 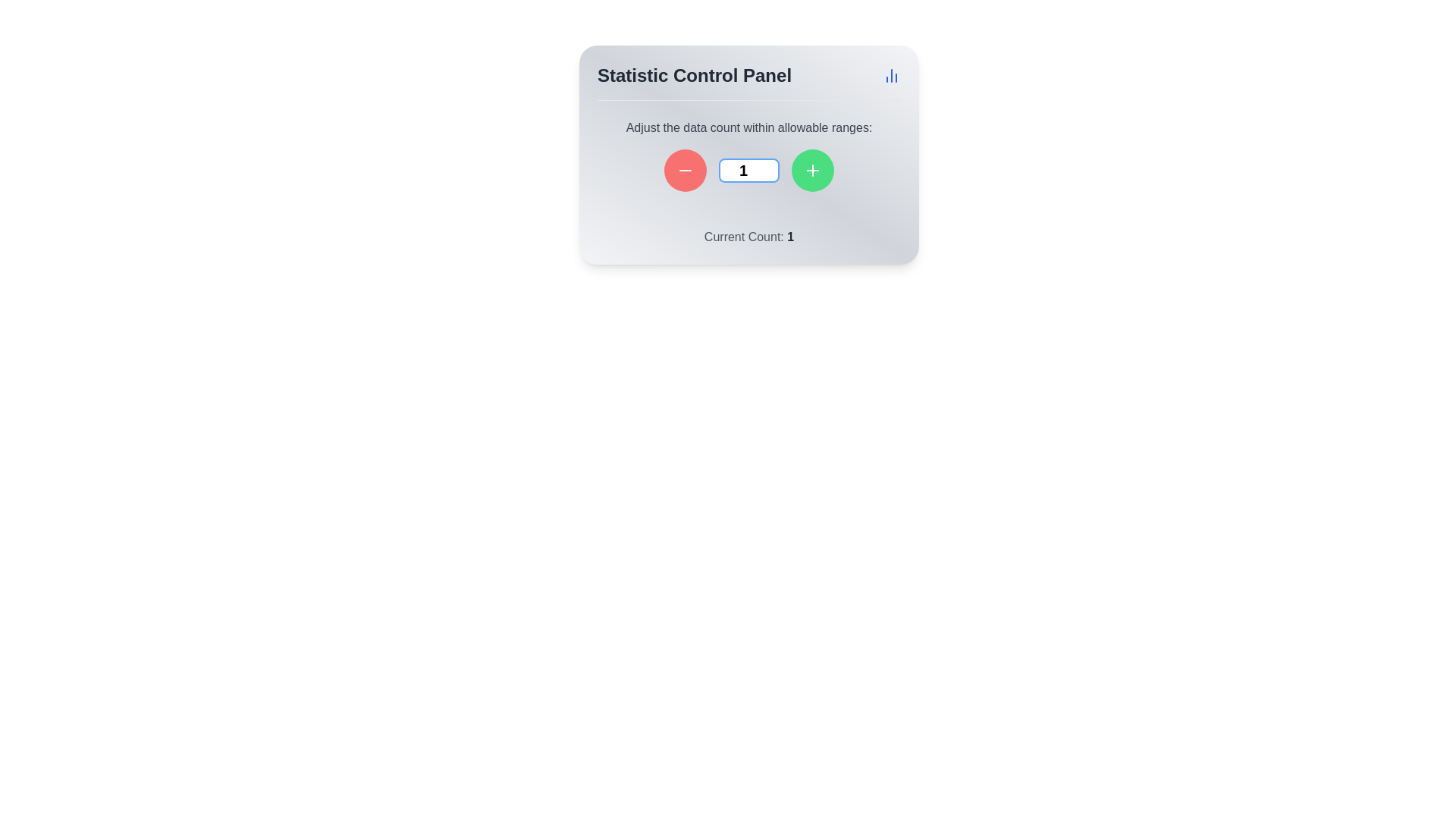 I want to click on the numeric input field with a light blue border and rounded corners to focus on it, so click(x=749, y=170).